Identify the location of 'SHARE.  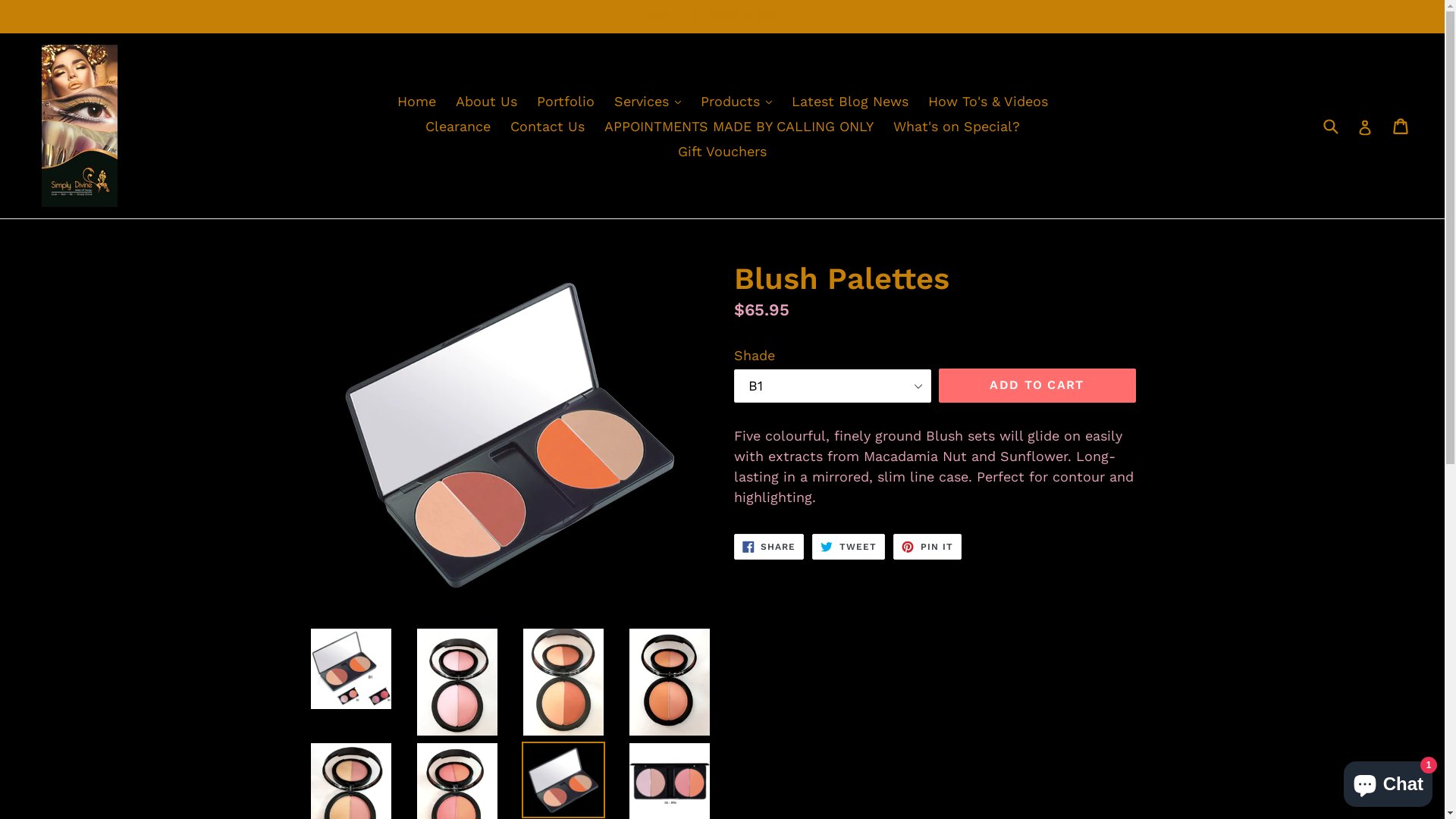
(769, 547).